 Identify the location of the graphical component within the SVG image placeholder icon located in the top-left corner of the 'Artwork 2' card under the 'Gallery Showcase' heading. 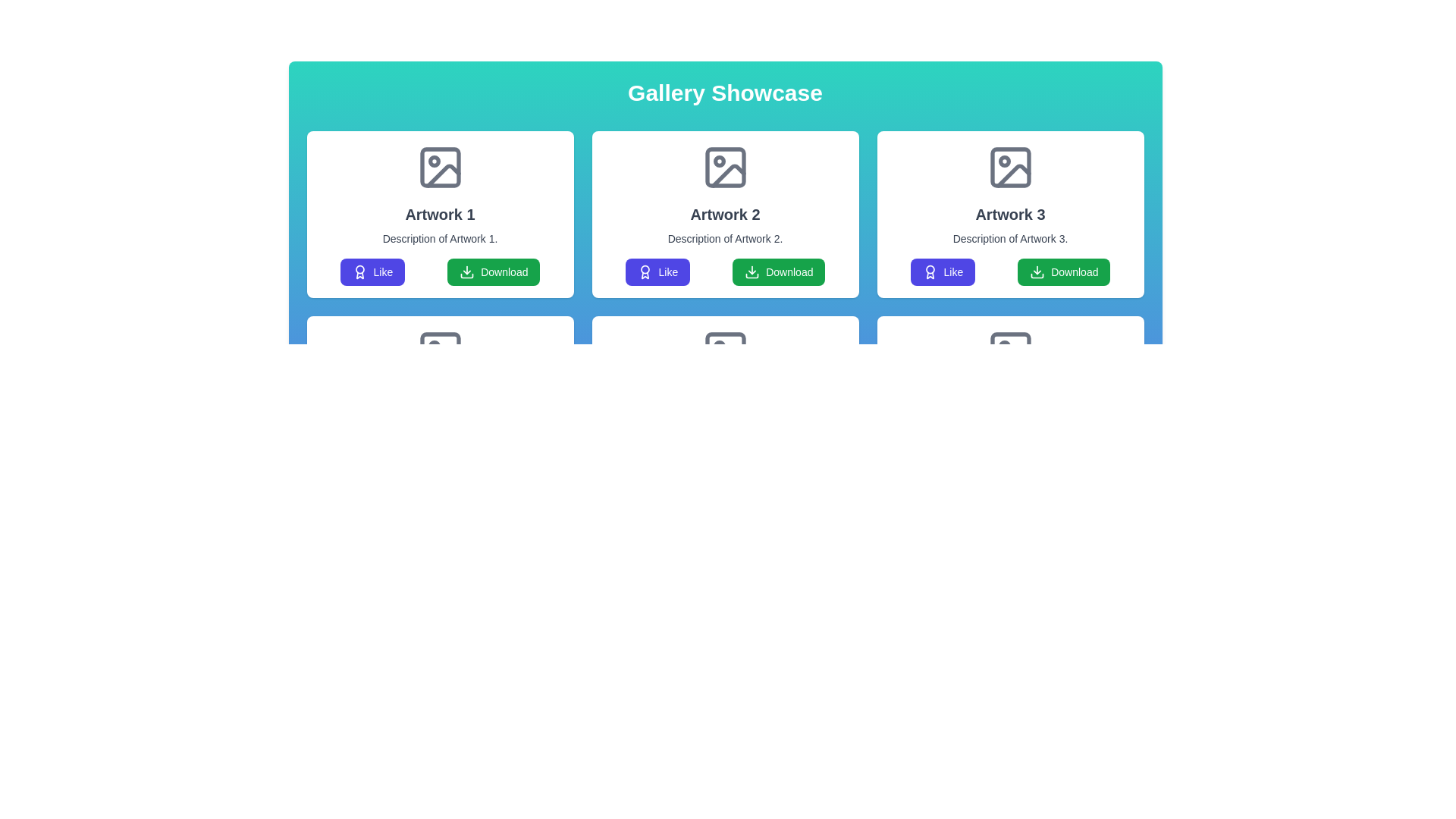
(724, 167).